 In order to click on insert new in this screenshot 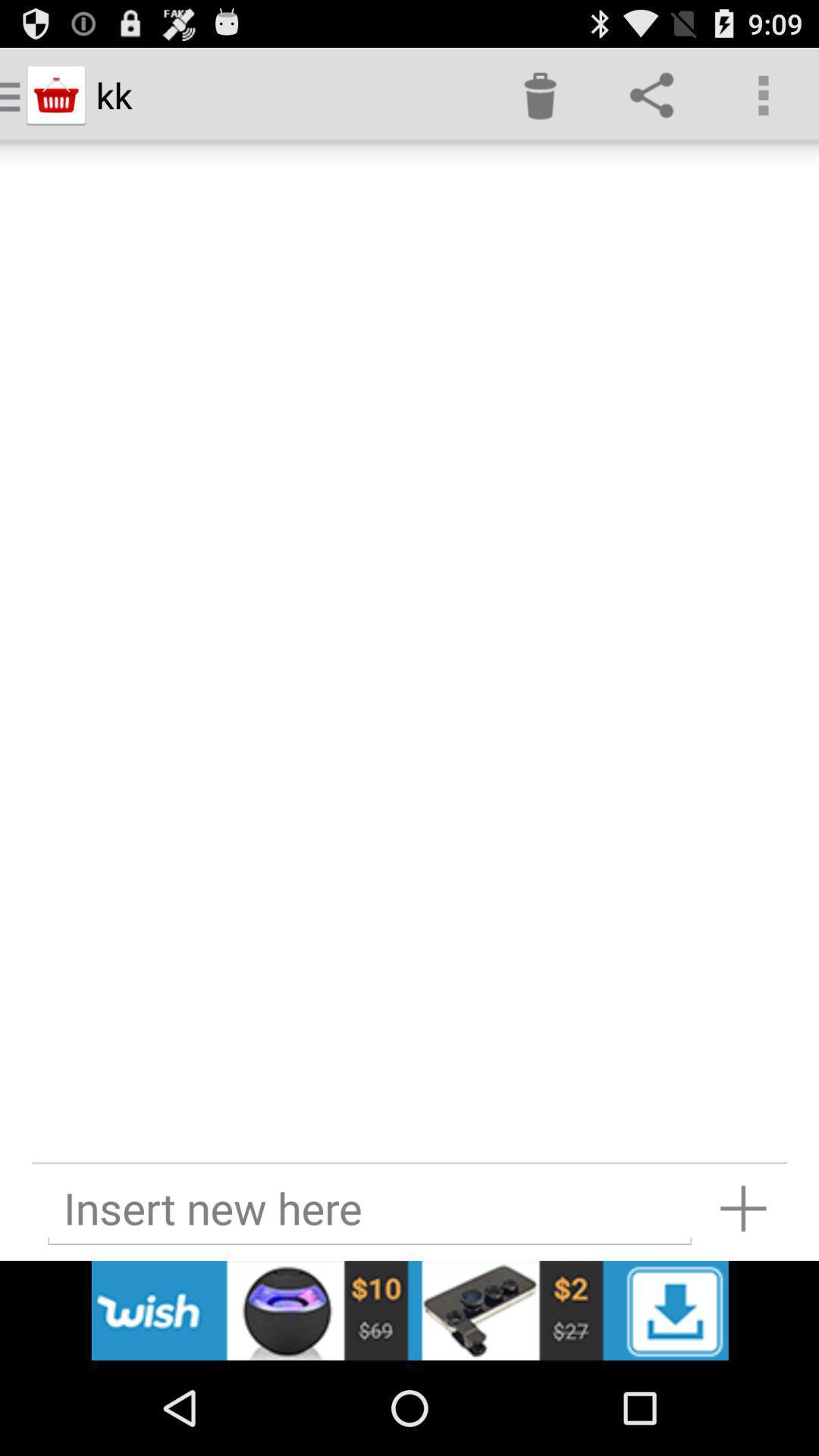, I will do `click(742, 1207)`.